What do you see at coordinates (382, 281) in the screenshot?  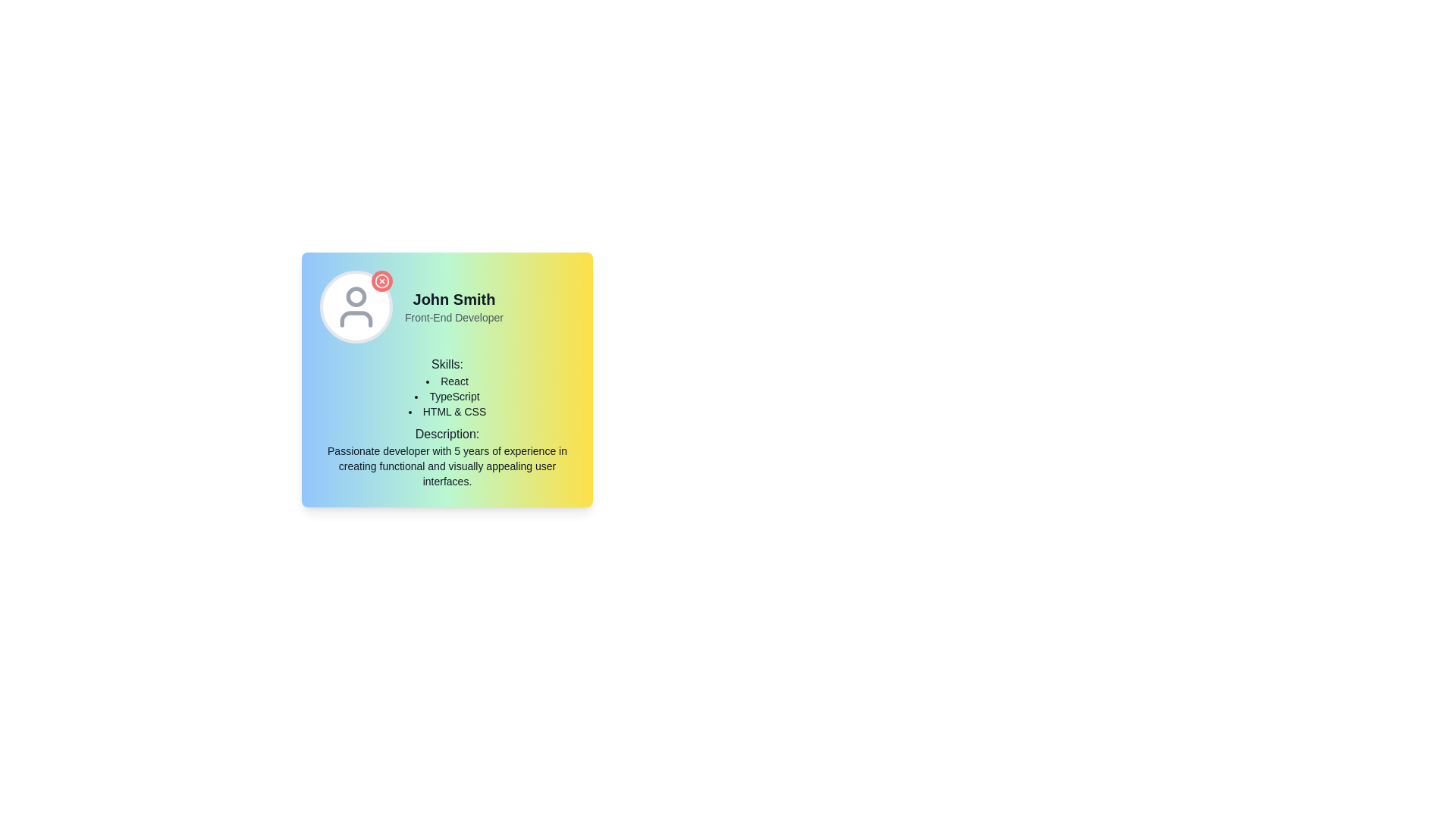 I see `the SVG circle element located in the top-left region of the card's header area, which contributes to the overall visual design of the icon` at bounding box center [382, 281].